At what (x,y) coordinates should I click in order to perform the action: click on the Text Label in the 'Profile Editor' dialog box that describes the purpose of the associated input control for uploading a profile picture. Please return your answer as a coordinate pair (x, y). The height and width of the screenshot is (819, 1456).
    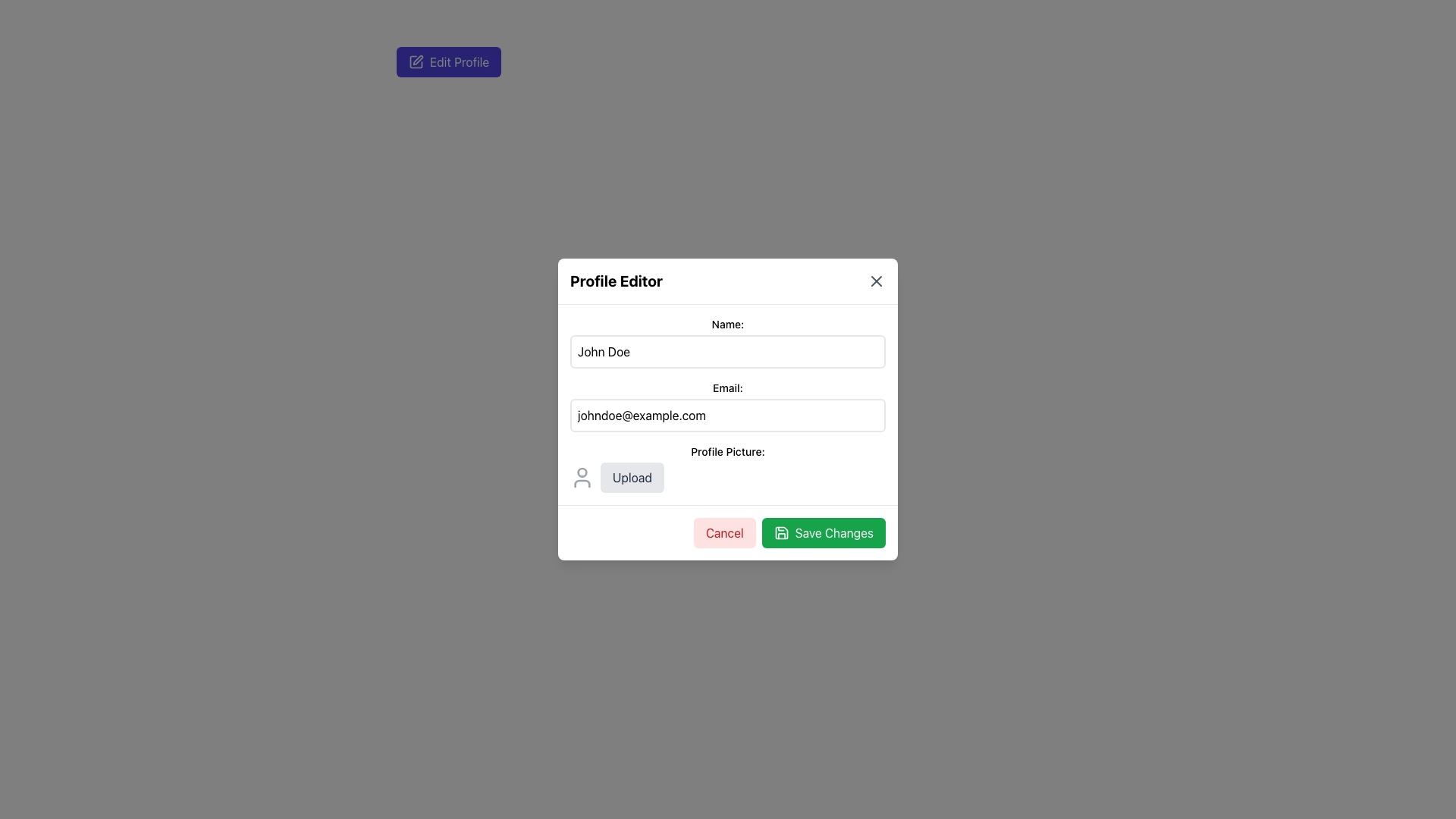
    Looking at the image, I should click on (728, 451).